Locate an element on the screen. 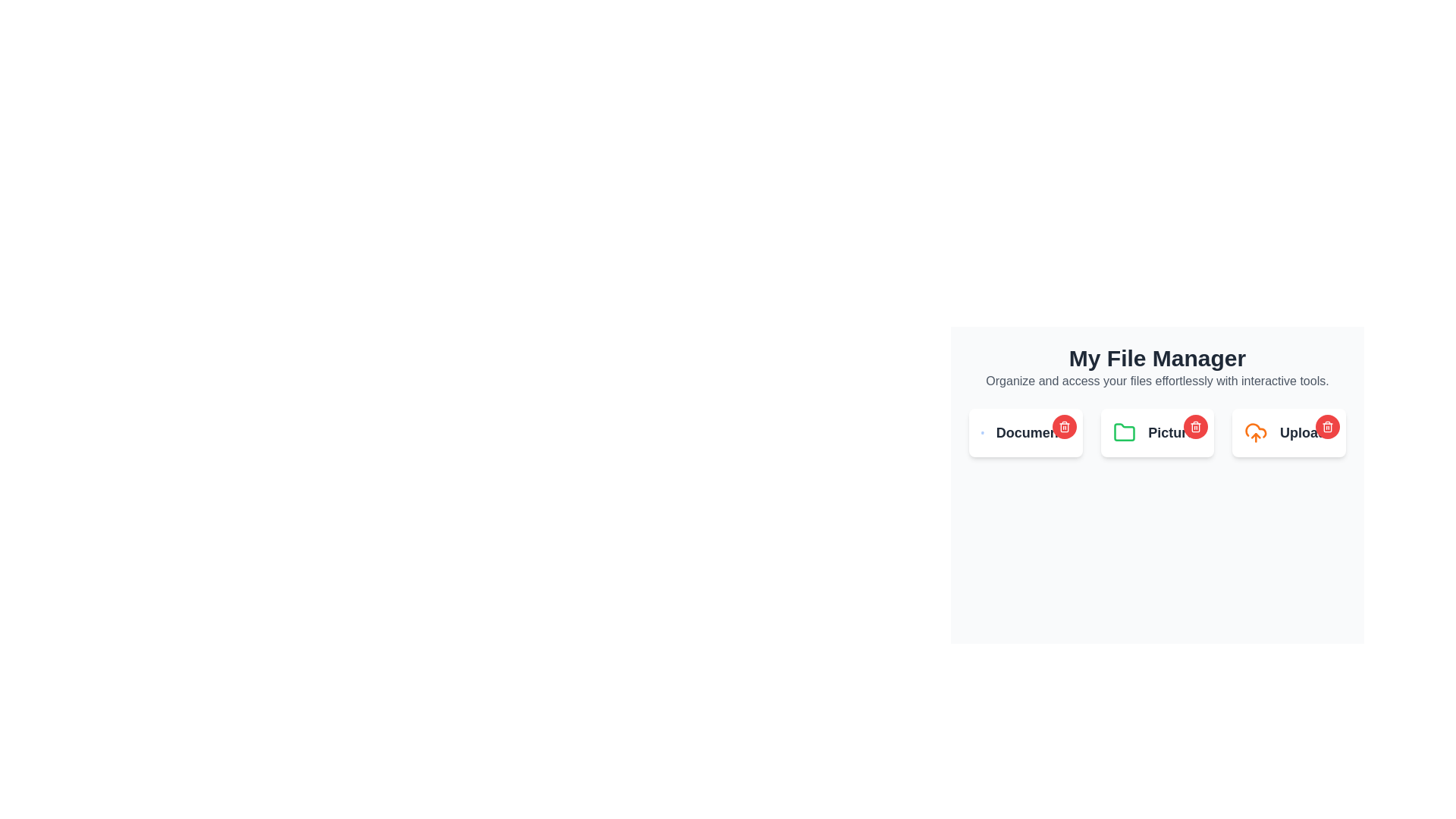 The height and width of the screenshot is (819, 1456). the folder icon that represents the 'Pictures' section, located to the left of the text 'Pictures' and to the right of 'Documents' is located at coordinates (1125, 432).